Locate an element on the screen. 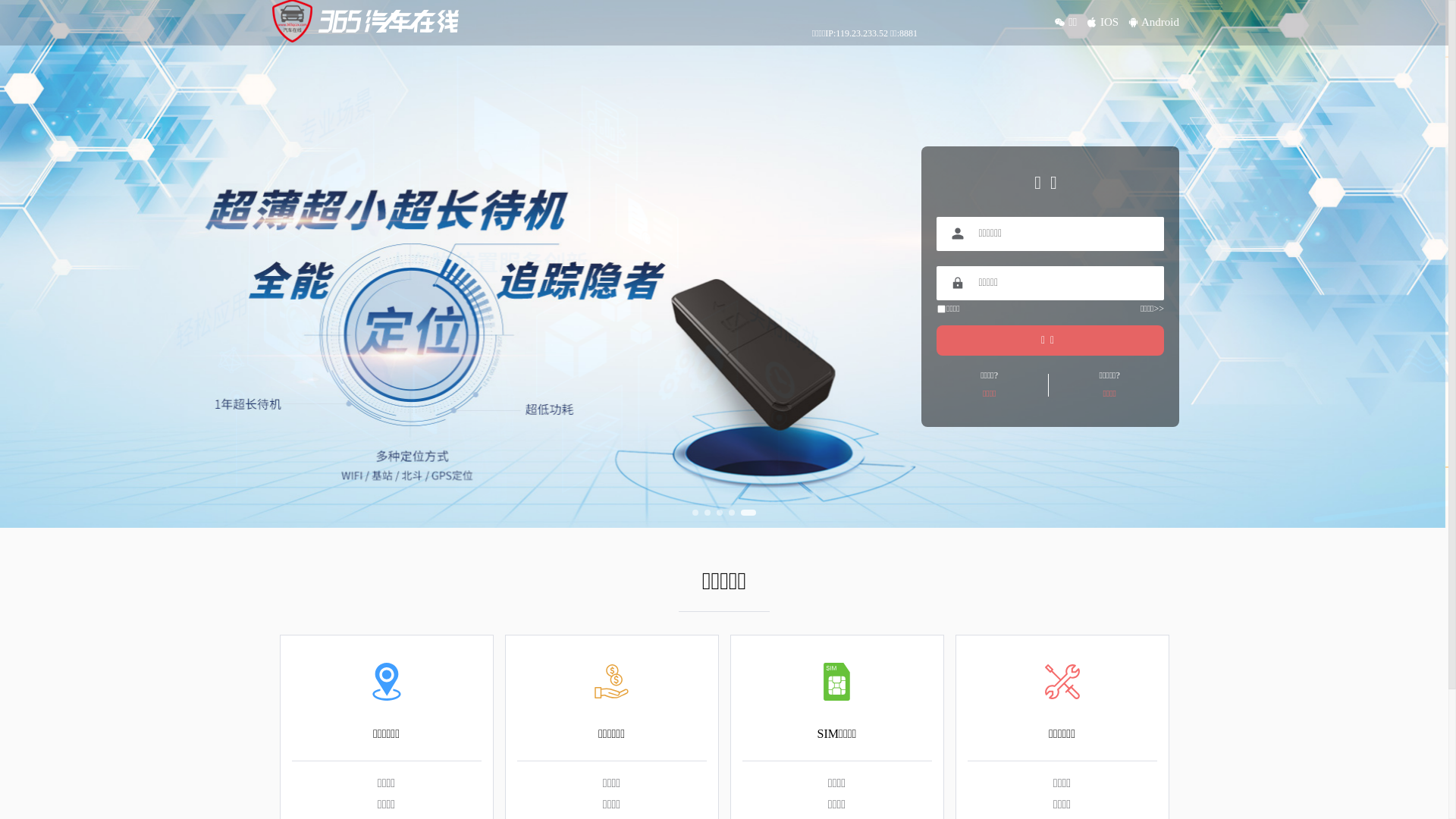 The image size is (1456, 819). 'IOS' is located at coordinates (1109, 22).